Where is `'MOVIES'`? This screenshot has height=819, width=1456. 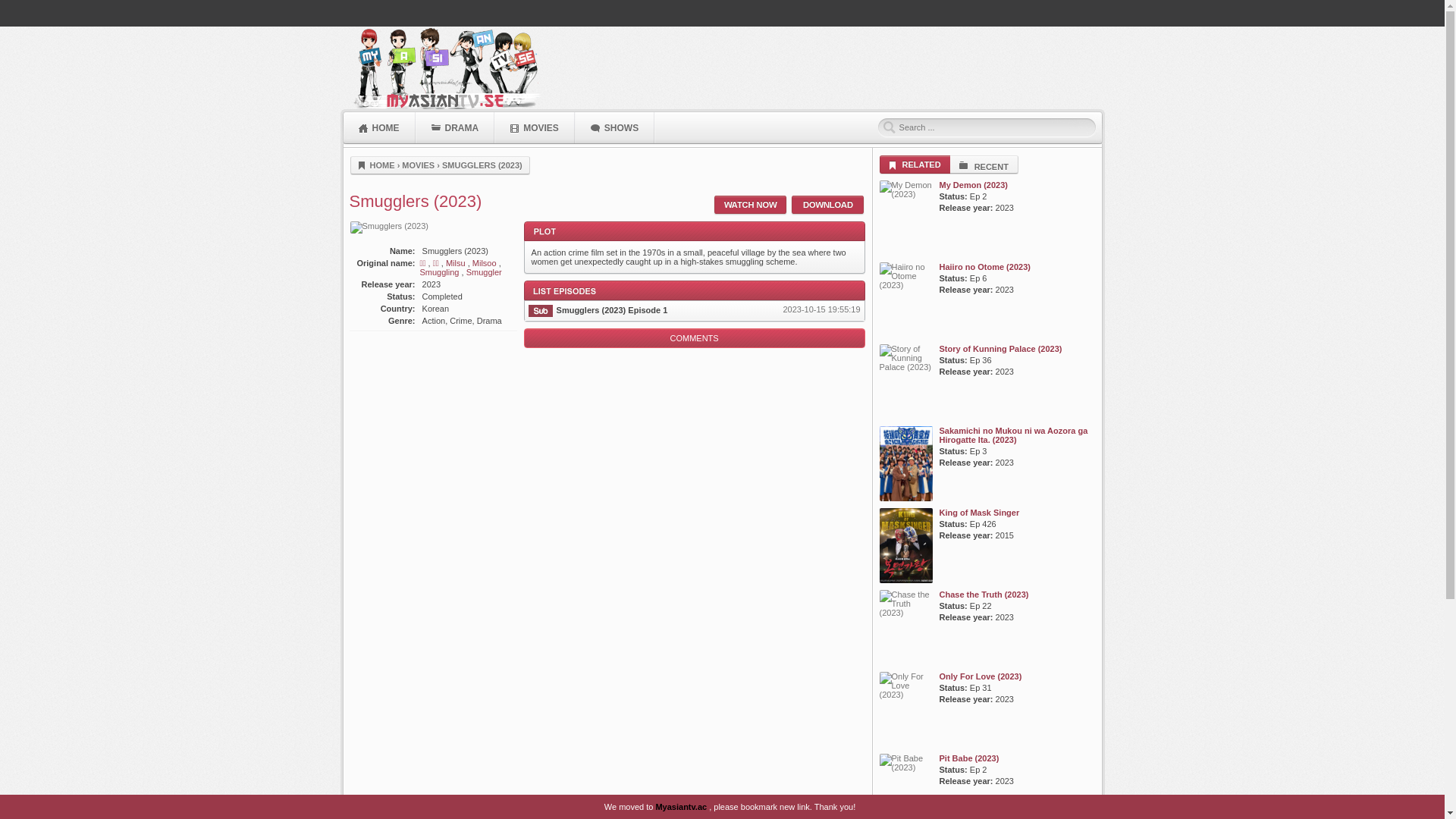 'MOVIES' is located at coordinates (535, 132).